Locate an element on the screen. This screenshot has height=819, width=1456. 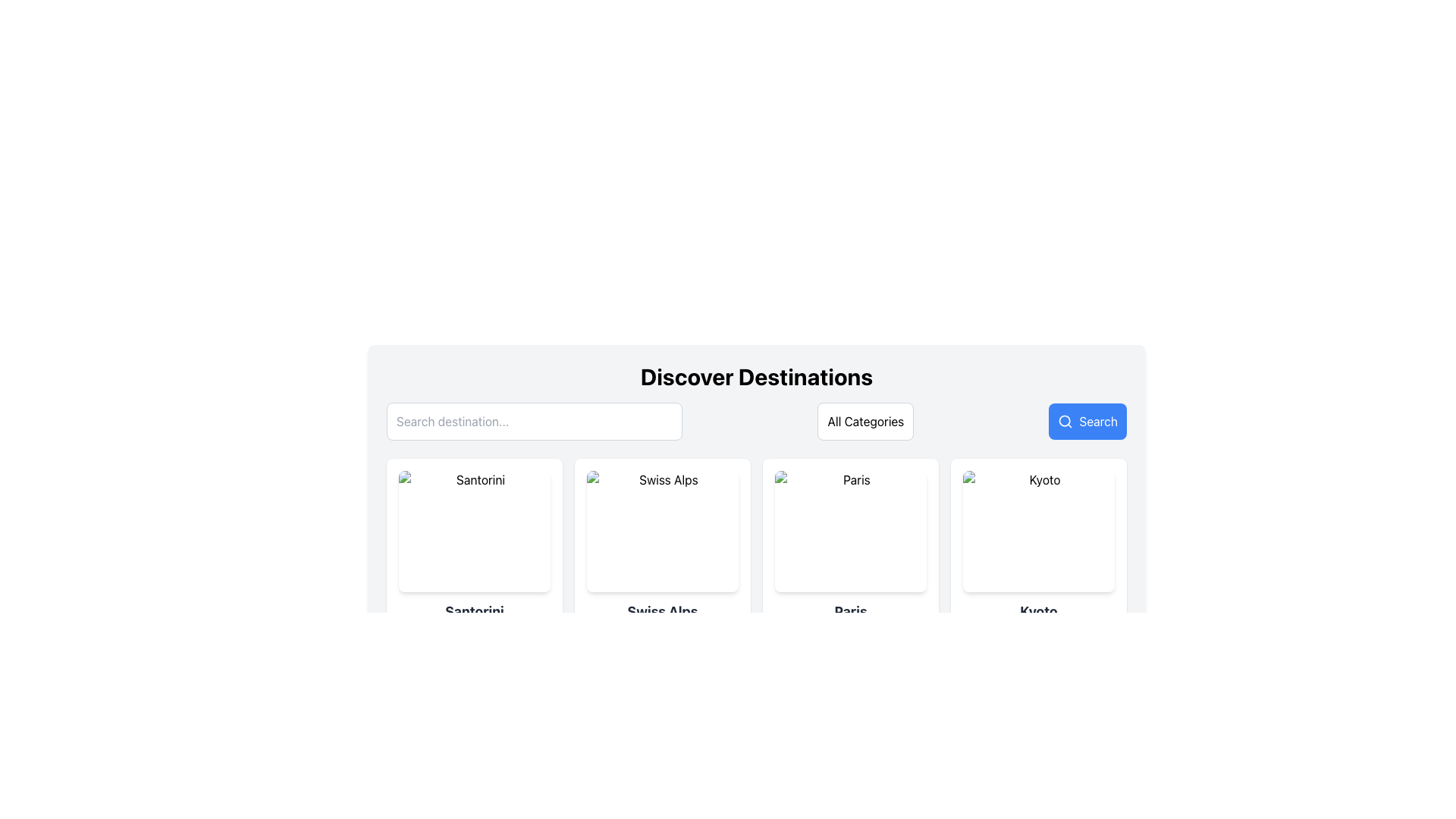
the 'Swiss Alps' card to enlarge it slightly, which is the second card in a horizontal grid of four cards is located at coordinates (662, 557).